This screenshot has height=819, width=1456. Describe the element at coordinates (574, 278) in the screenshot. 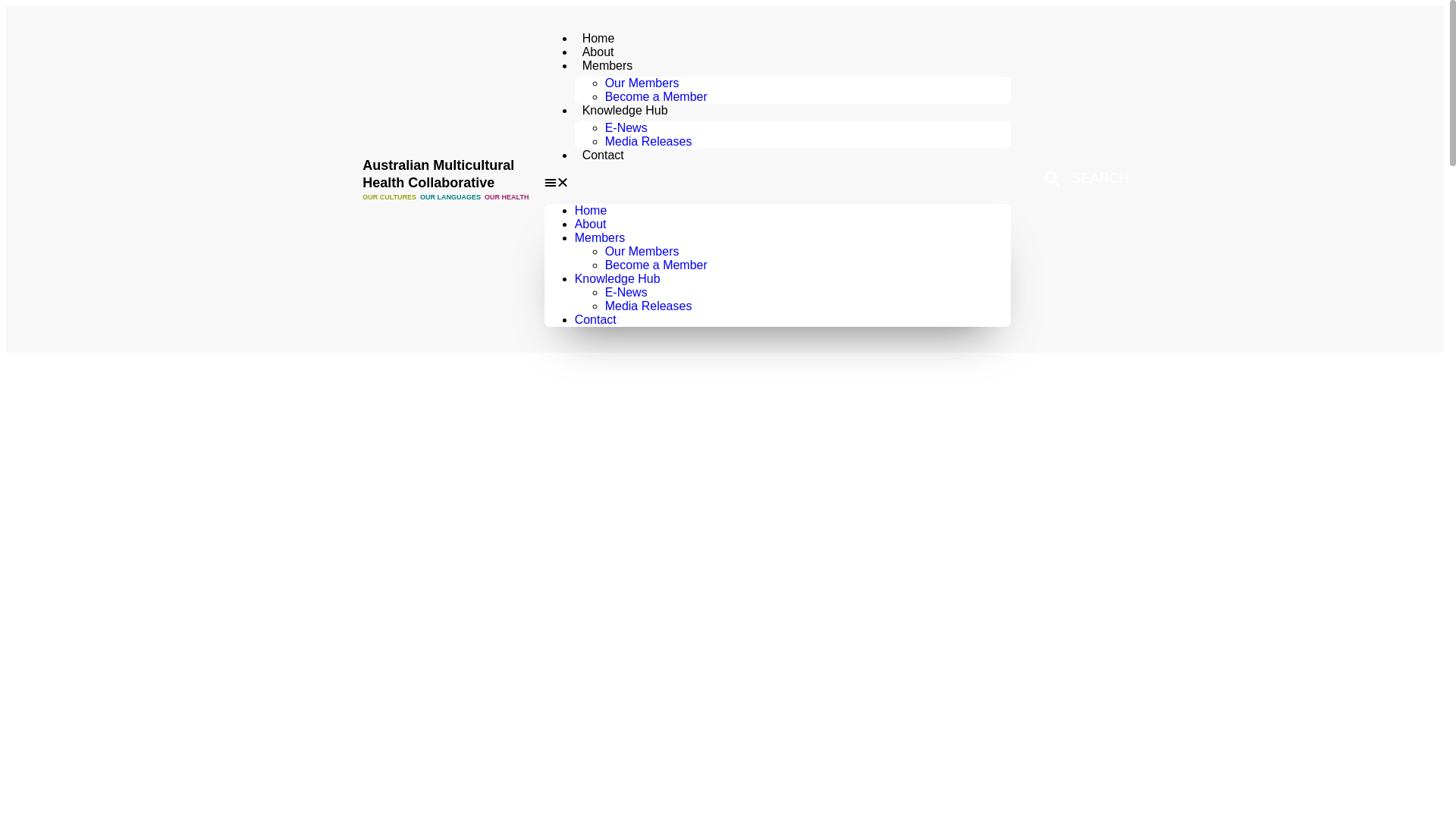

I see `'Knowledge Hub'` at that location.